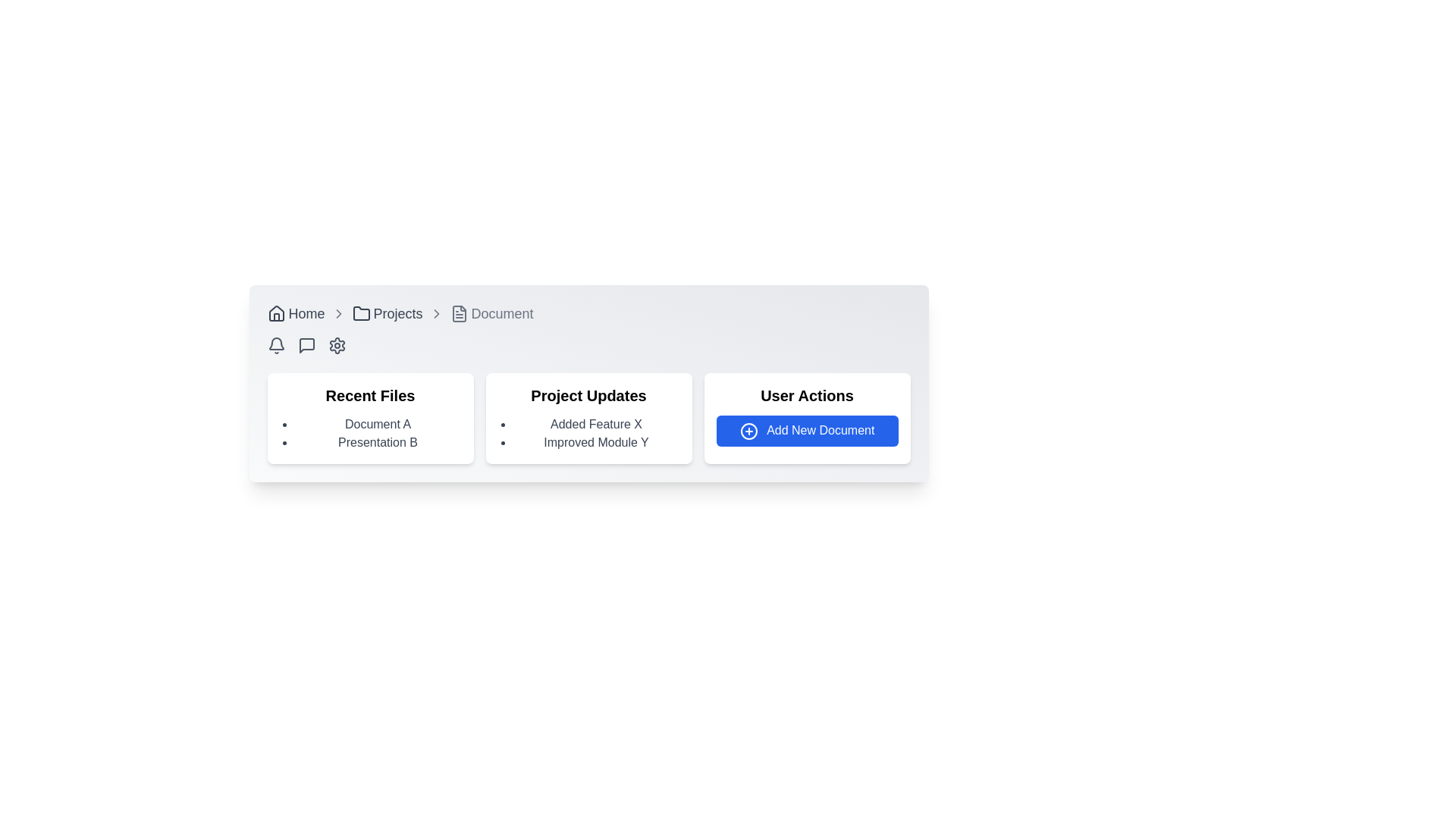 This screenshot has width=1456, height=819. Describe the element at coordinates (276, 312) in the screenshot. I see `the 'Home' icon in the breadcrumb navigation UI` at that location.